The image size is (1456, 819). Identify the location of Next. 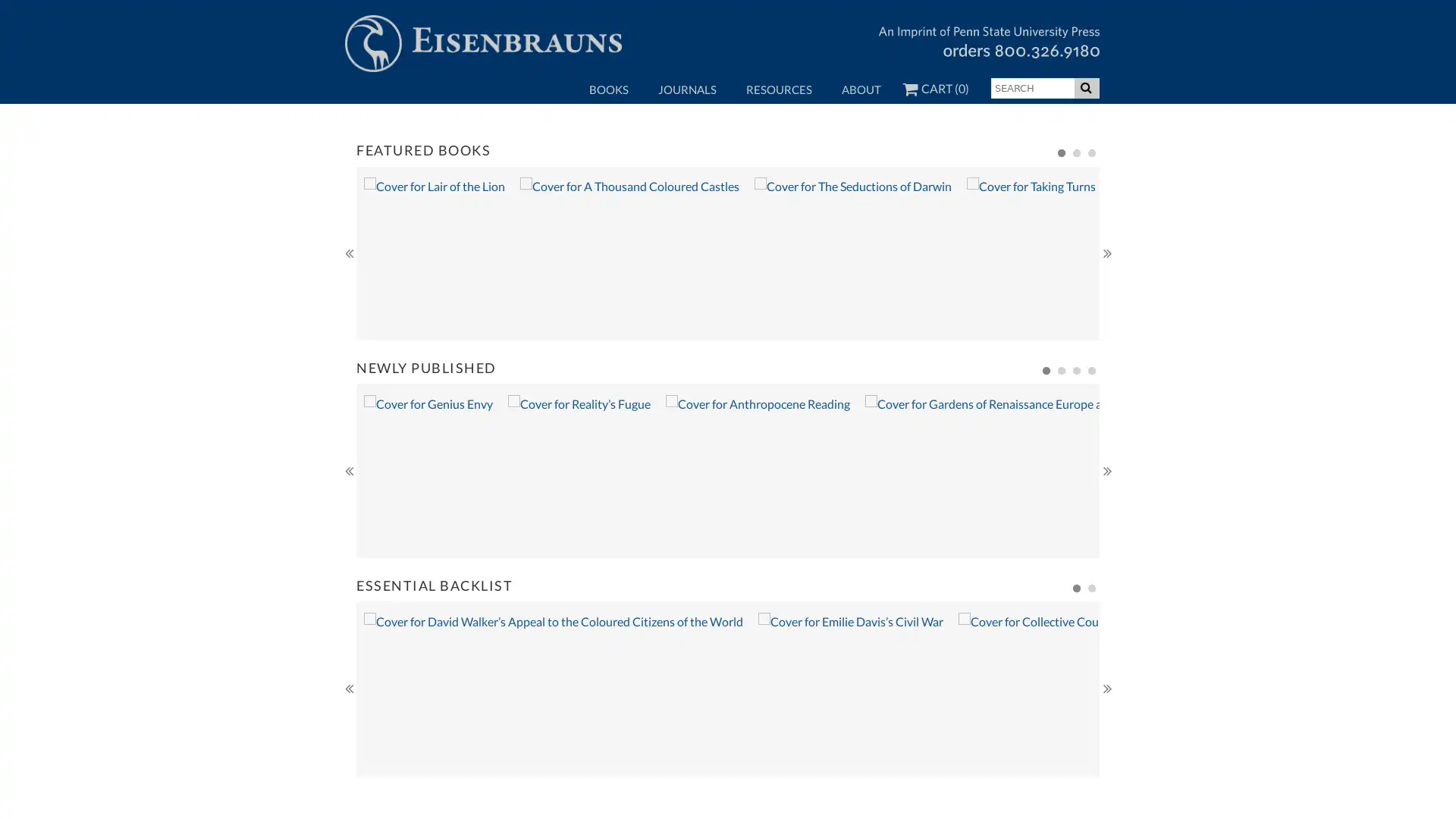
(1106, 688).